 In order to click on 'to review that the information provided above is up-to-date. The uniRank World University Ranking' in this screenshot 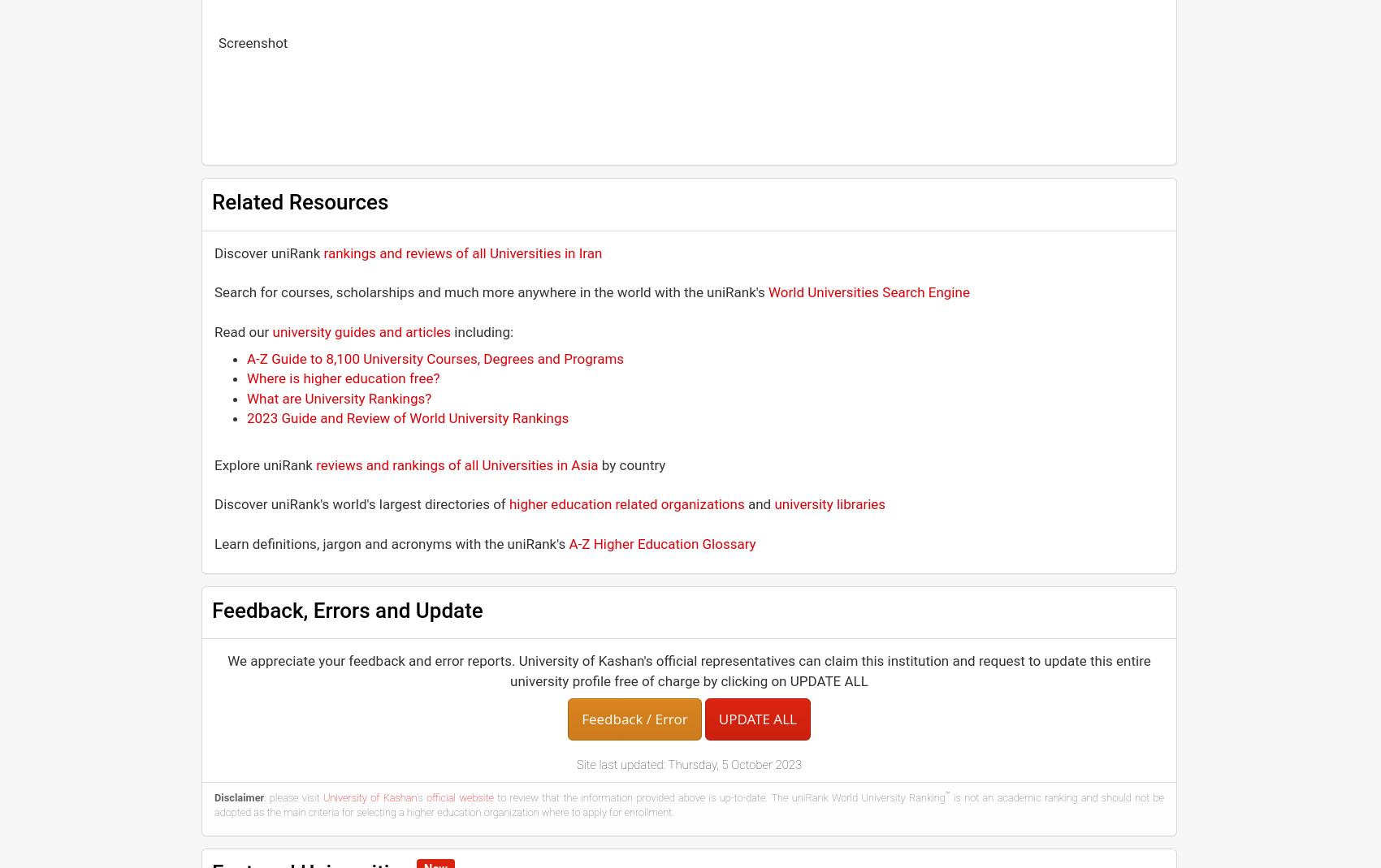, I will do `click(719, 797)`.